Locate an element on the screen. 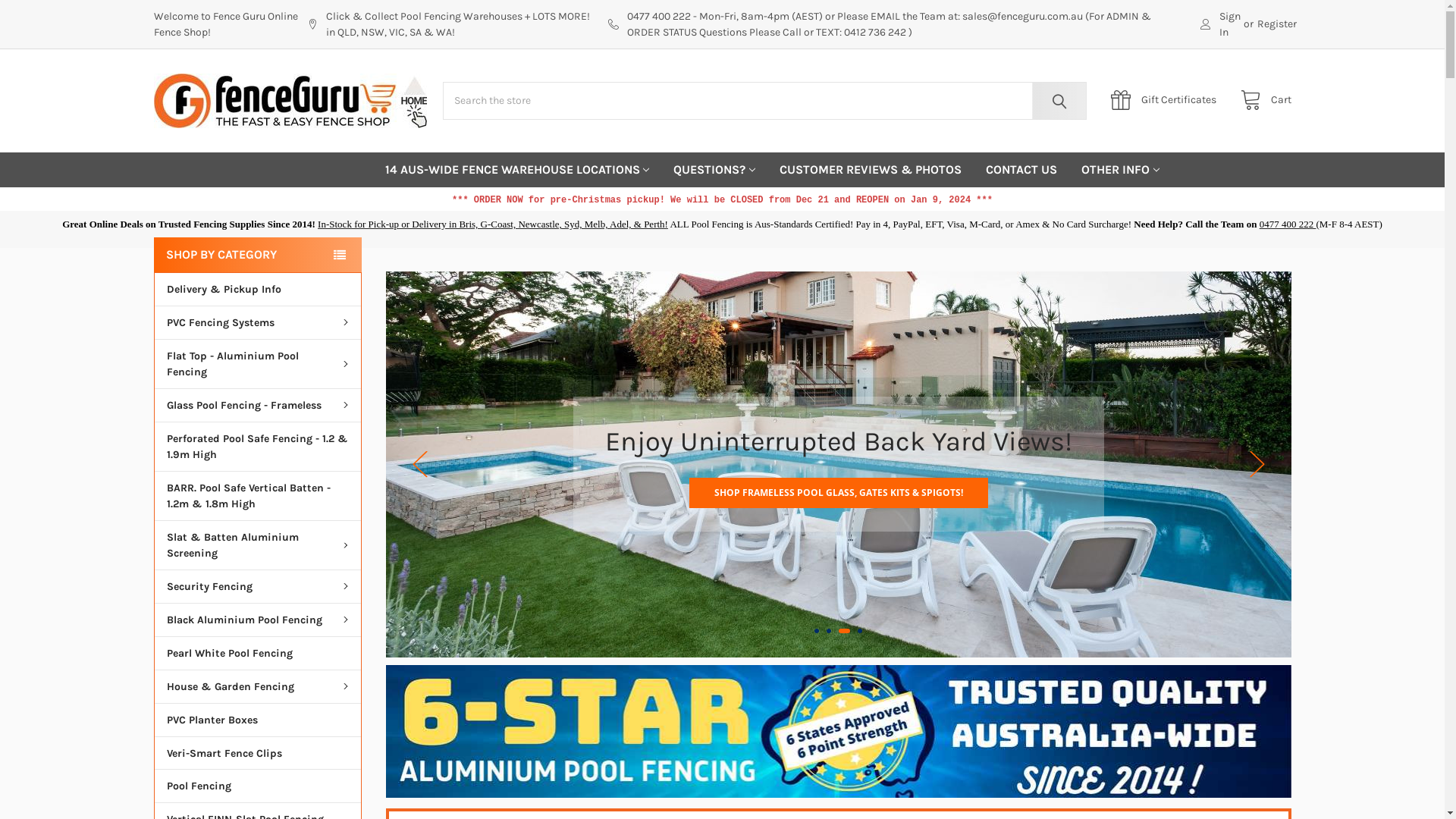  'PVC Fencing Systems' is located at coordinates (258, 321).